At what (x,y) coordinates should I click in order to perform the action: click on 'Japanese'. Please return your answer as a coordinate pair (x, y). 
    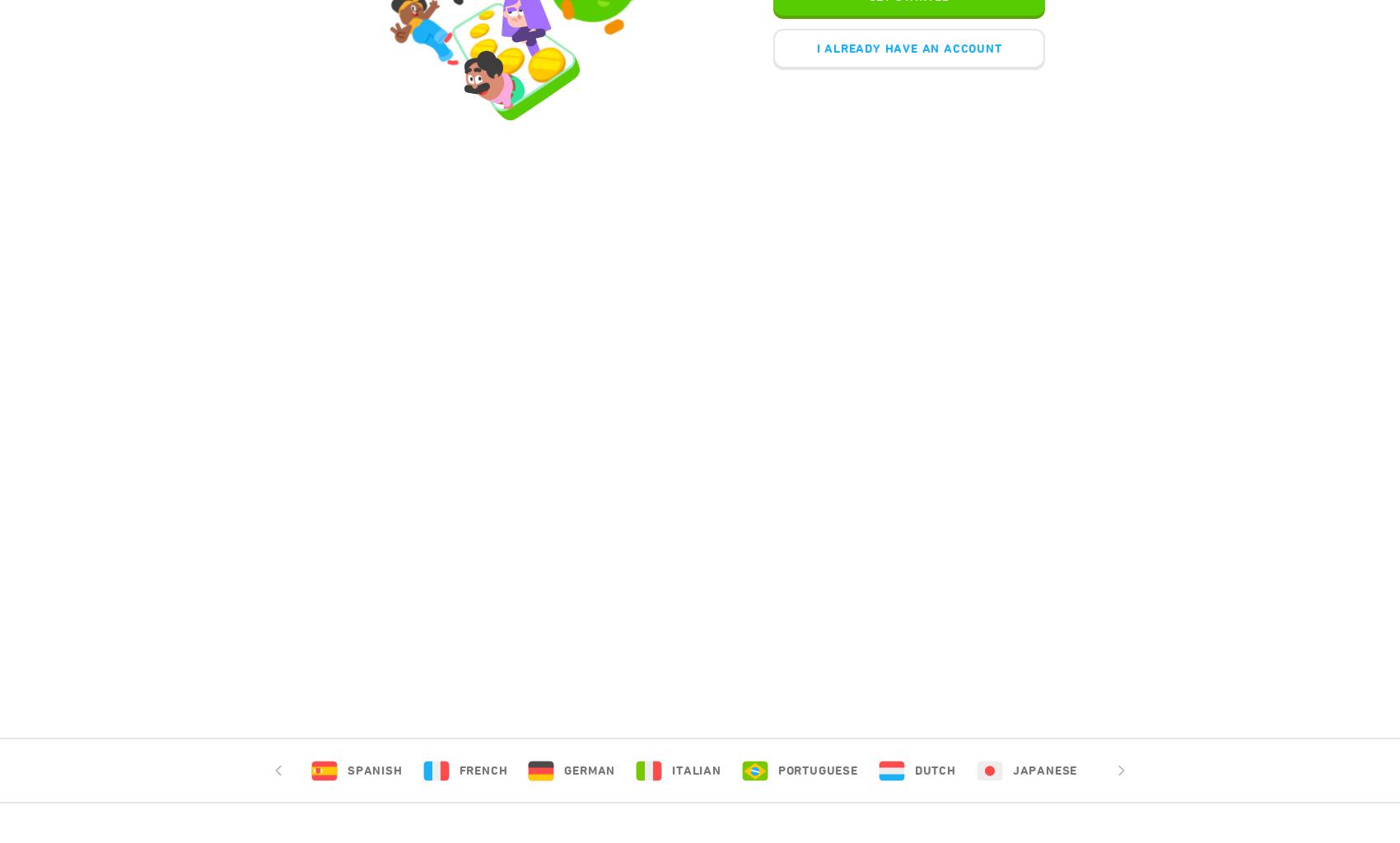
    Looking at the image, I should click on (1043, 770).